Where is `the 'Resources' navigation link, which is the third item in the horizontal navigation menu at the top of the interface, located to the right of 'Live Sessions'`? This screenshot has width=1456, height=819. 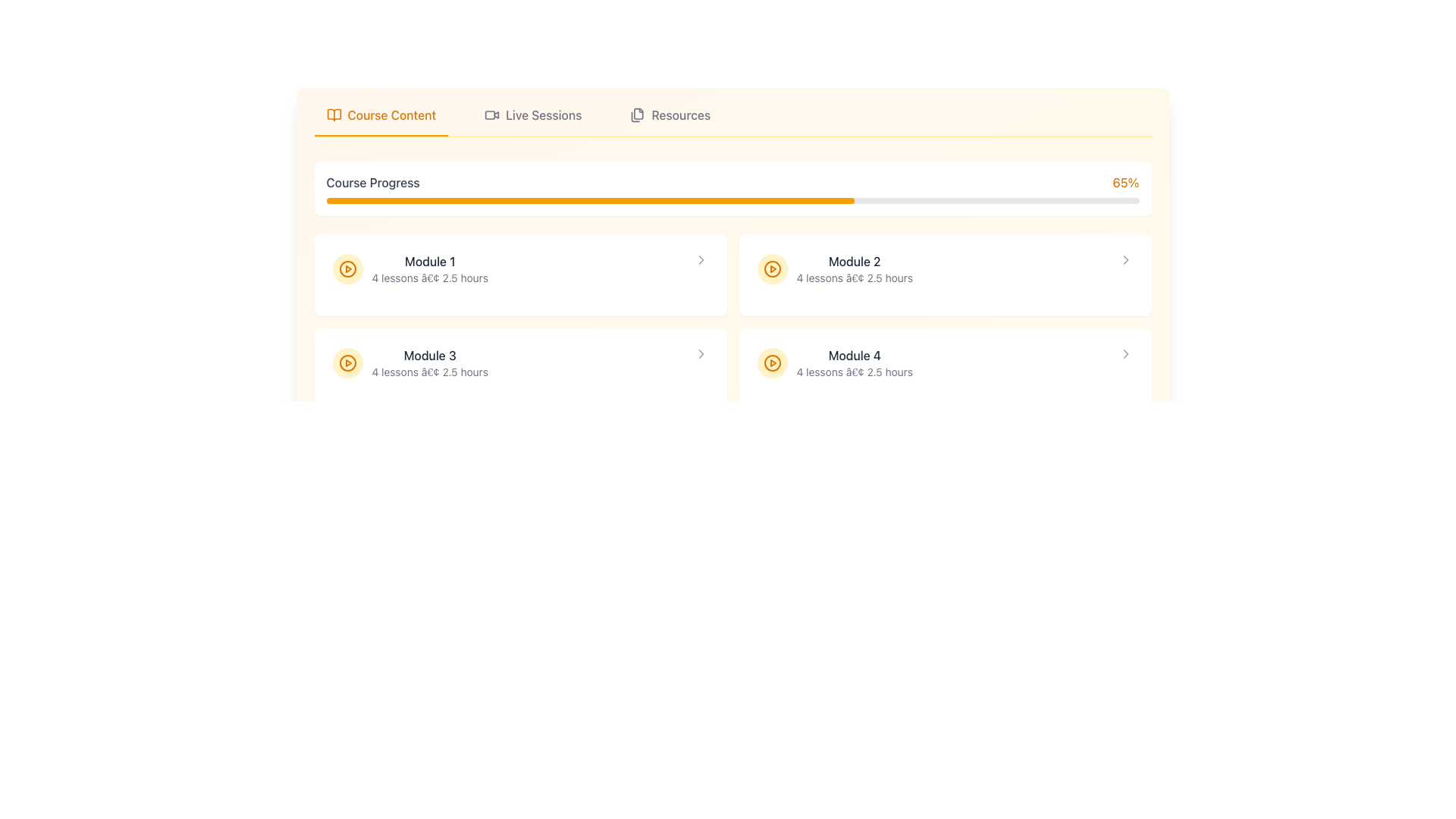 the 'Resources' navigation link, which is the third item in the horizontal navigation menu at the top of the interface, located to the right of 'Live Sessions' is located at coordinates (670, 120).